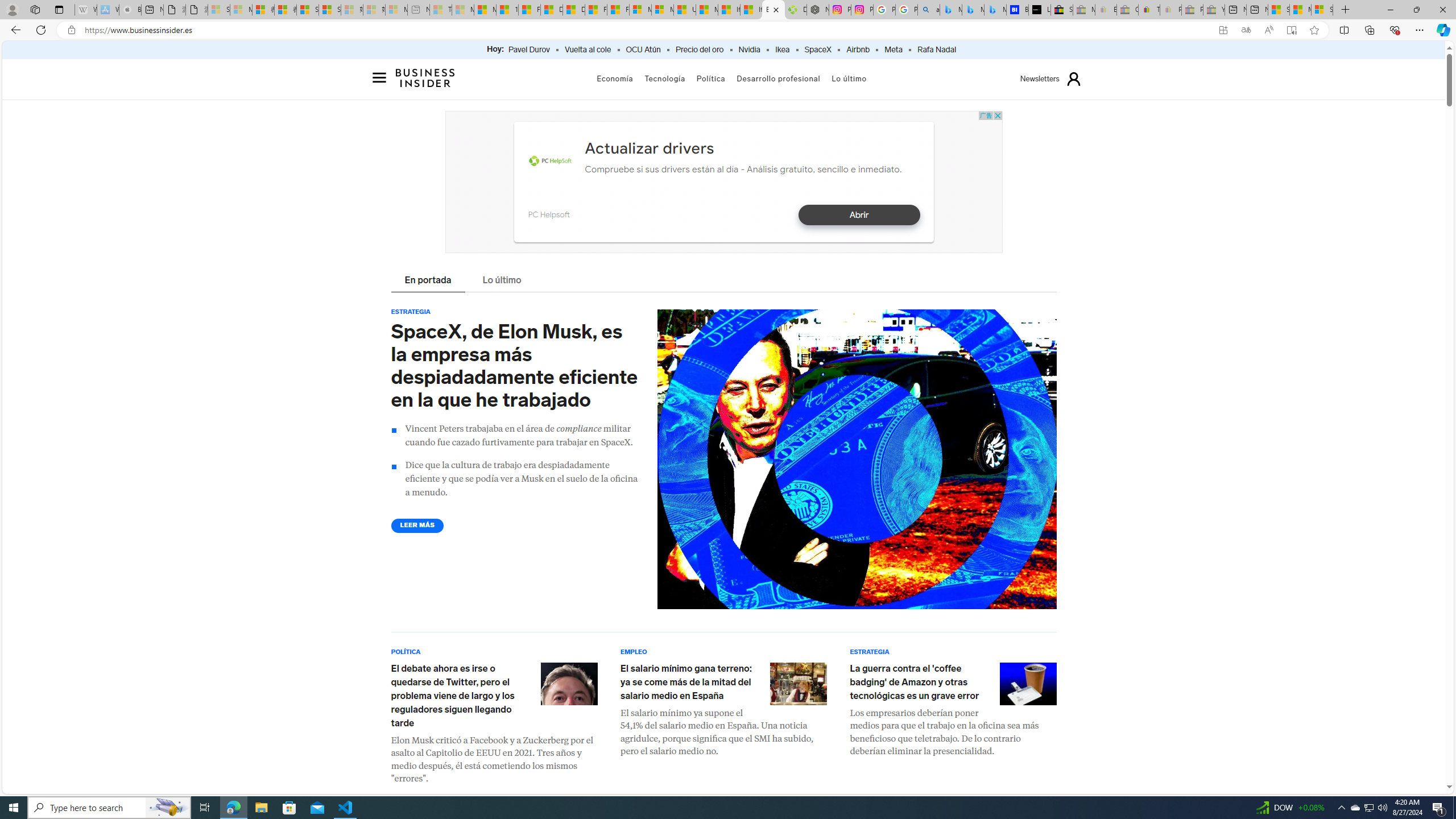  I want to click on 'Microsoft Bing Travel - Shangri-La Hotel Bangkok', so click(995, 9).